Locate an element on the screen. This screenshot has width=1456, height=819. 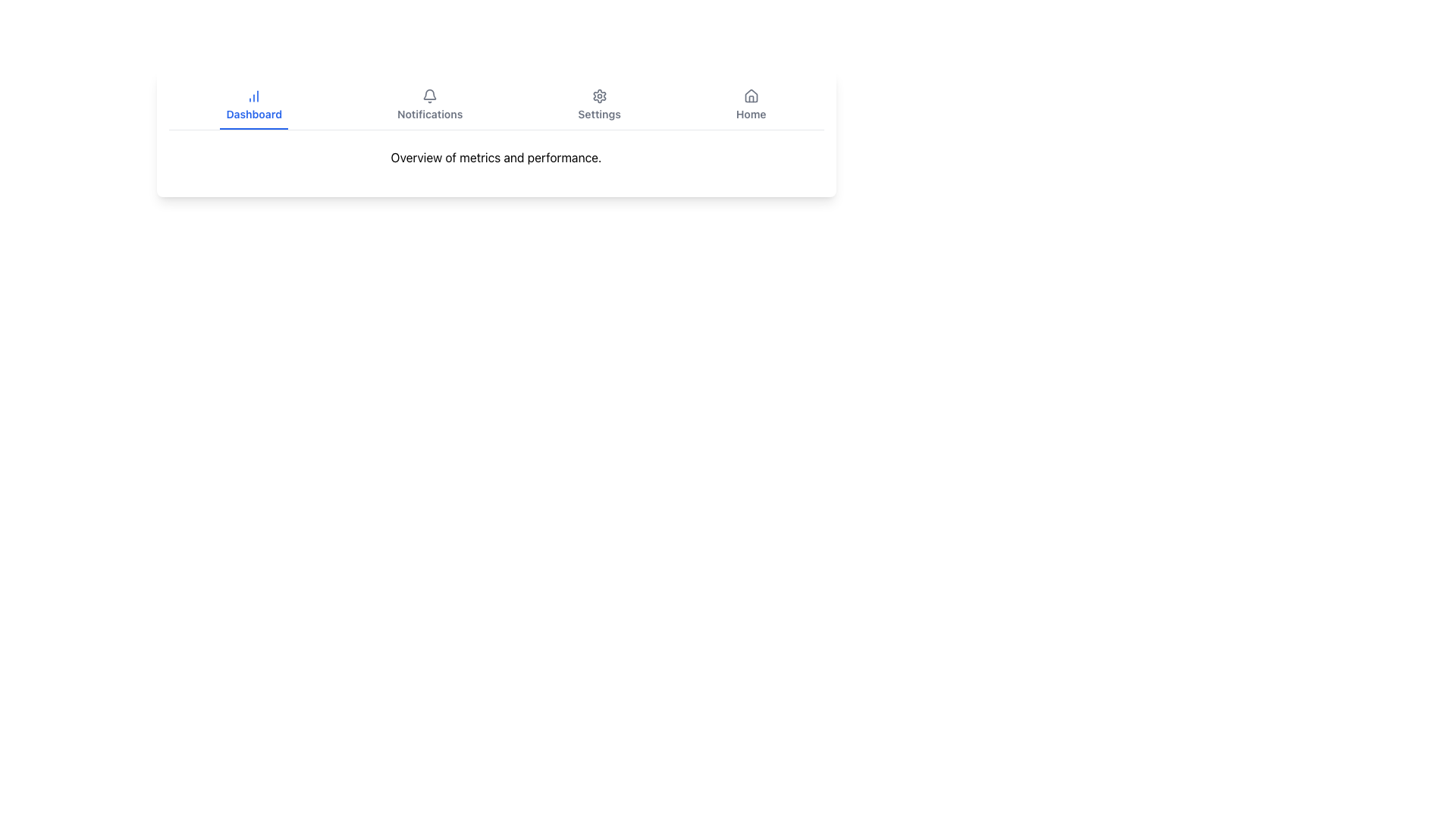
the settings icon located in the navigation bar, which is positioned centrally under the 'Settings' label and is flanked by 'Notifications' and 'Home' is located at coordinates (598, 96).